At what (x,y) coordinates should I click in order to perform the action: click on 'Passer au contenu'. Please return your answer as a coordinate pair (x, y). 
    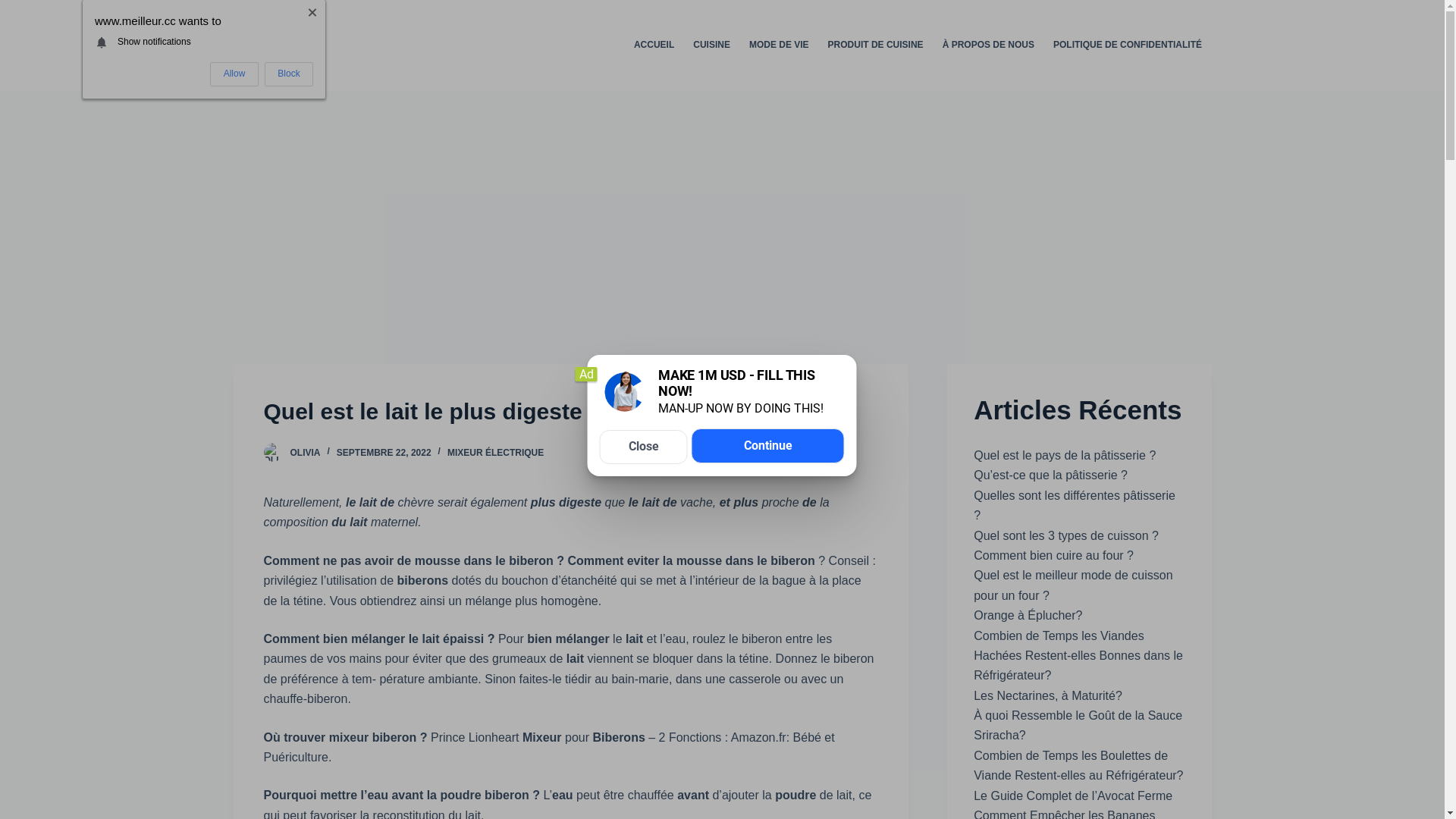
    Looking at the image, I should click on (14, 8).